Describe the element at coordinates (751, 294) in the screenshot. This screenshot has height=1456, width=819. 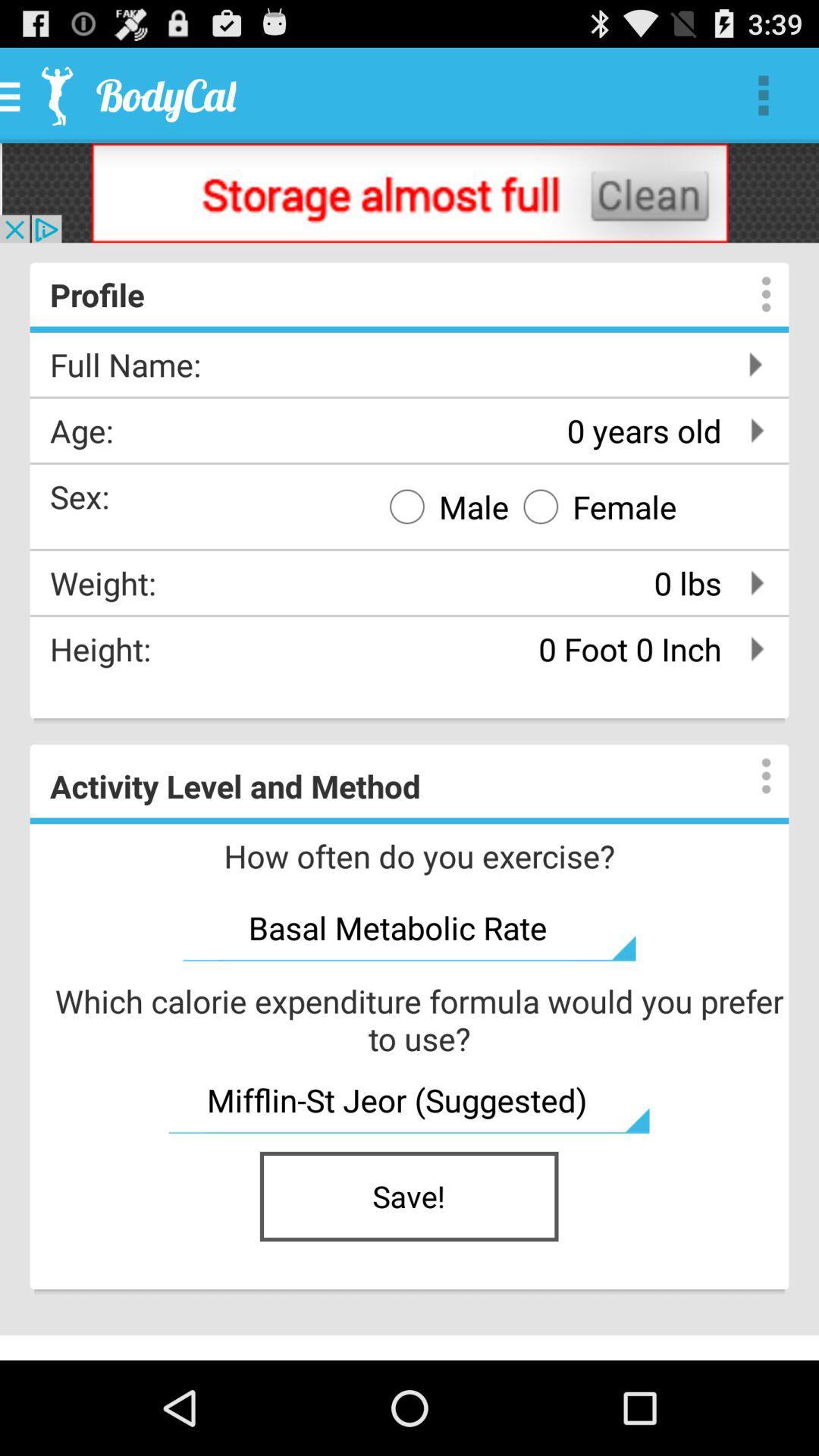
I see `open setting` at that location.